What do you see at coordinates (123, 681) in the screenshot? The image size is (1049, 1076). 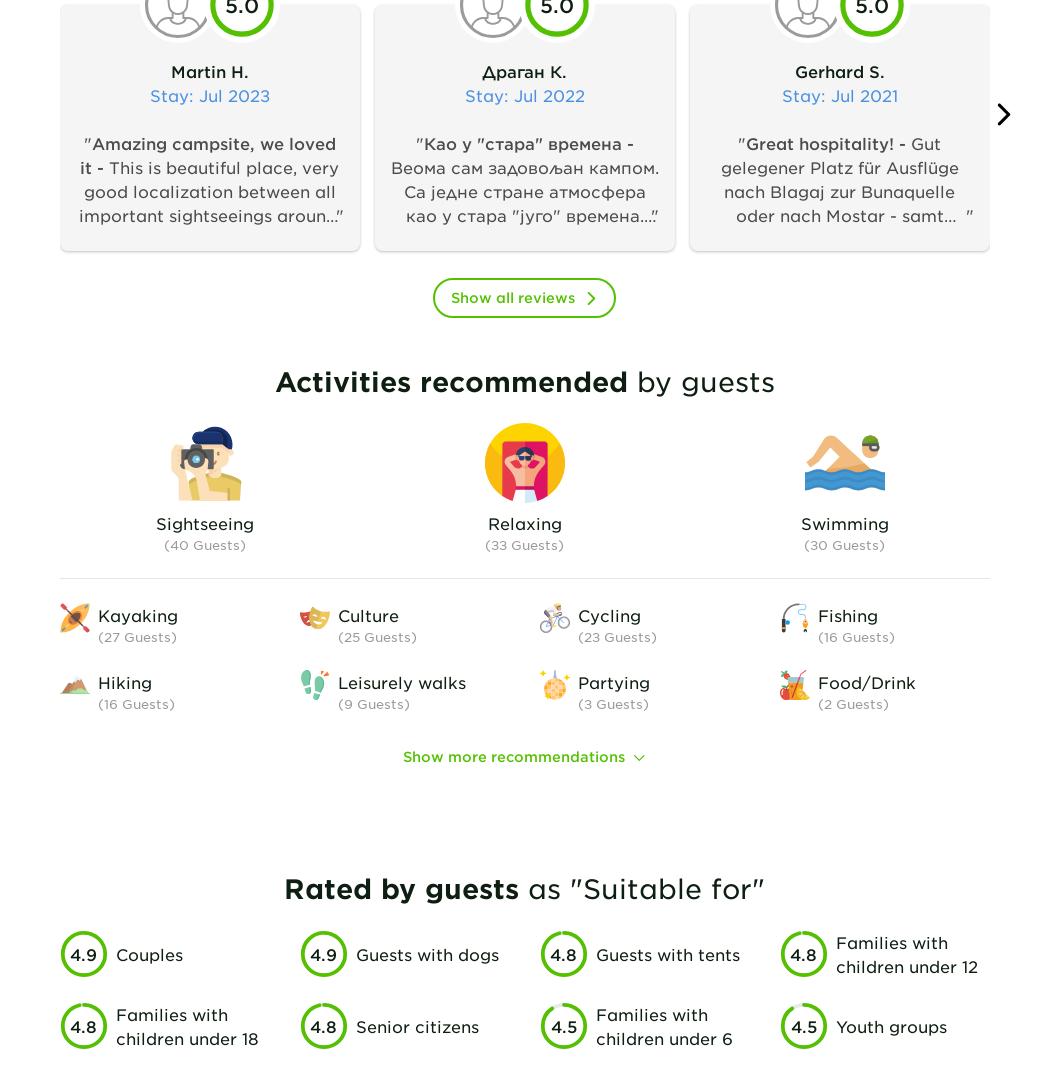 I see `'Hiking'` at bounding box center [123, 681].